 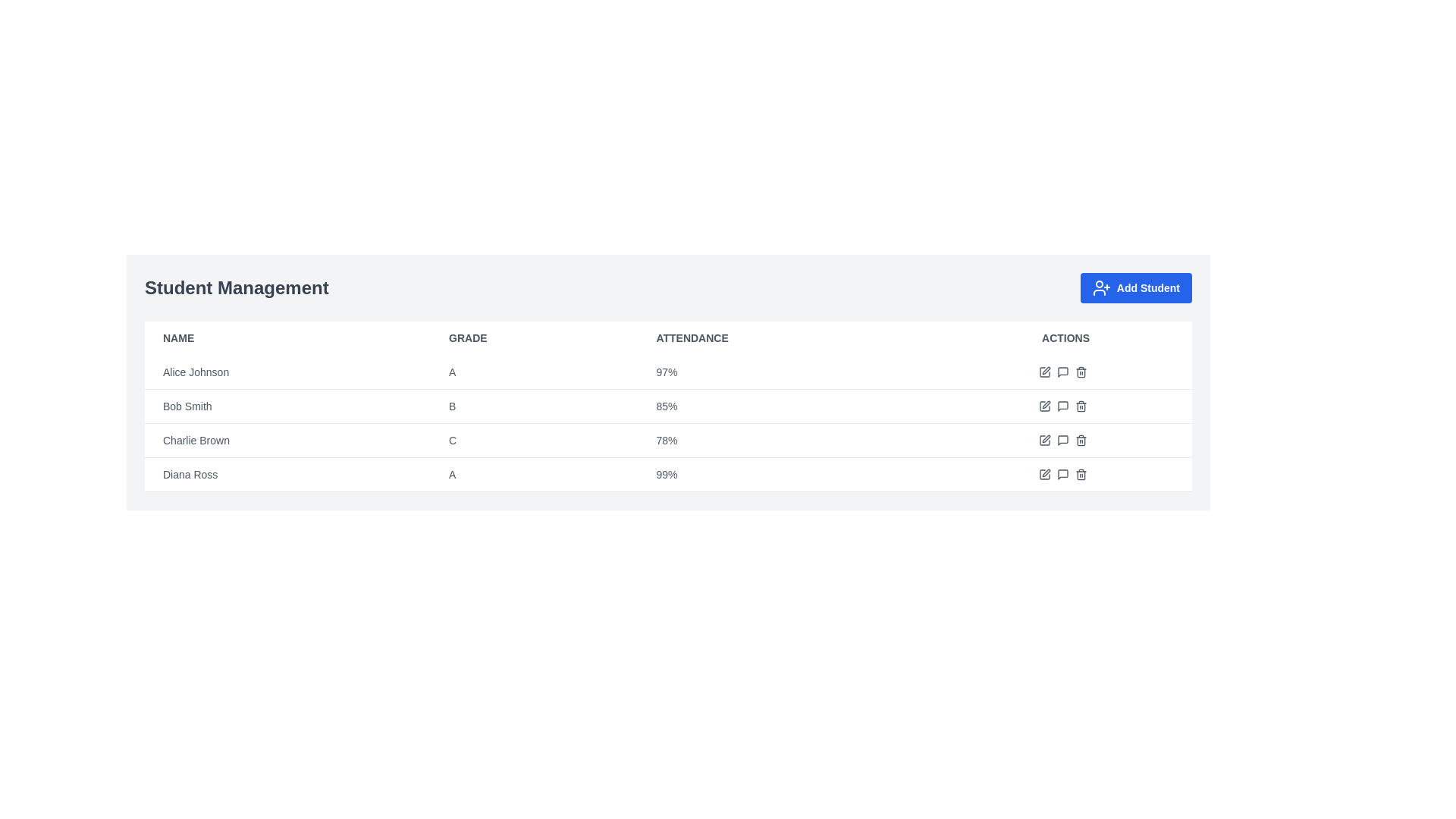 What do you see at coordinates (1043, 441) in the screenshot?
I see `the square-shaped SVG icon with a pen motif located in the first position of the fourth row under the 'Actions' column for the entry of 'Diana Ross' to initiate the edit` at bounding box center [1043, 441].